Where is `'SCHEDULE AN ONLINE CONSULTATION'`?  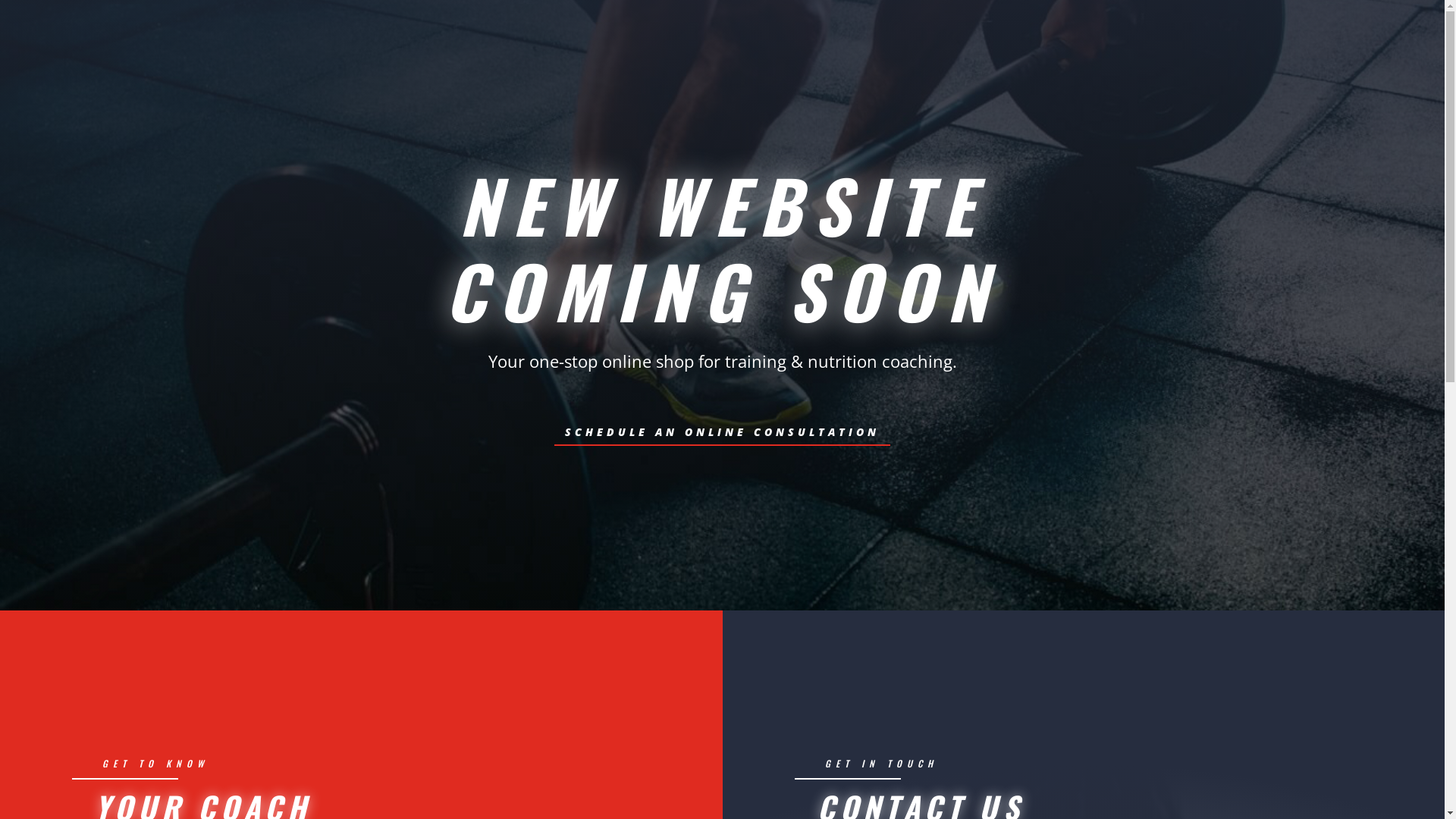 'SCHEDULE AN ONLINE CONSULTATION' is located at coordinates (721, 432).